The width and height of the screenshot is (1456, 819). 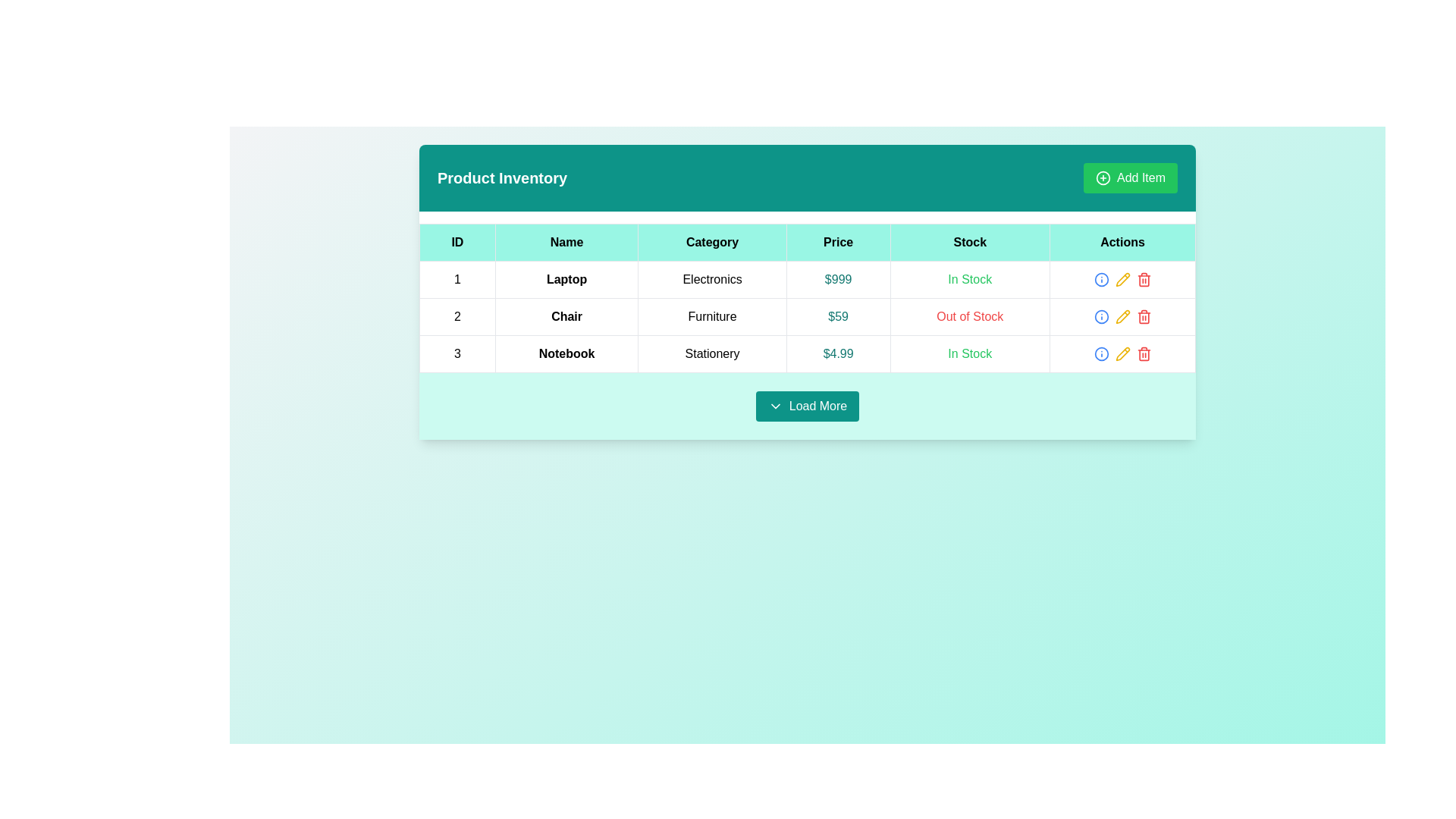 I want to click on the 'Name' column header cell in the table, which is the second header in the row, located near the top-middle of the table layout, so click(x=566, y=242).